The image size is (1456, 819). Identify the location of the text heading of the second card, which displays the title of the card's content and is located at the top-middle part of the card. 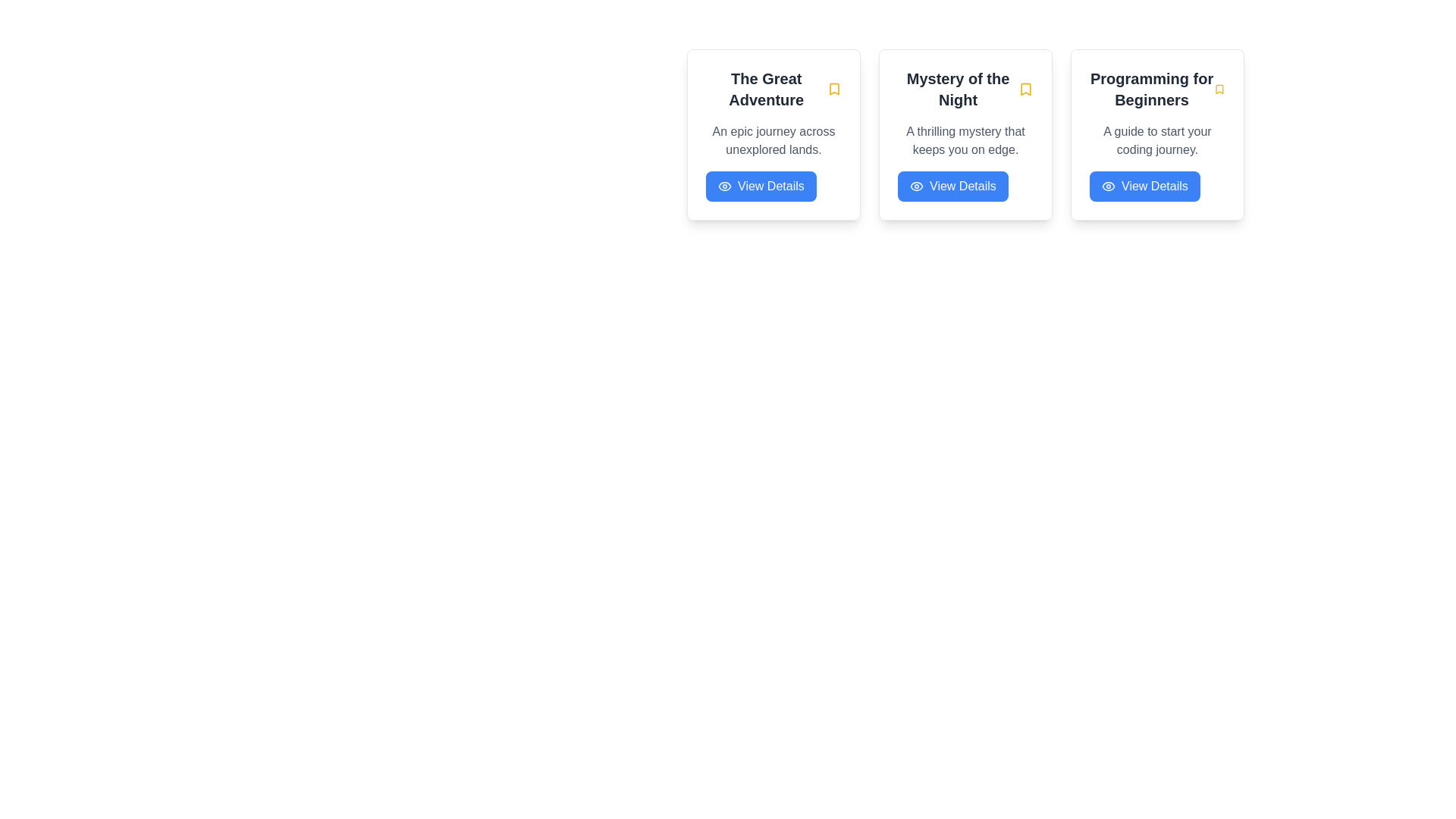
(965, 89).